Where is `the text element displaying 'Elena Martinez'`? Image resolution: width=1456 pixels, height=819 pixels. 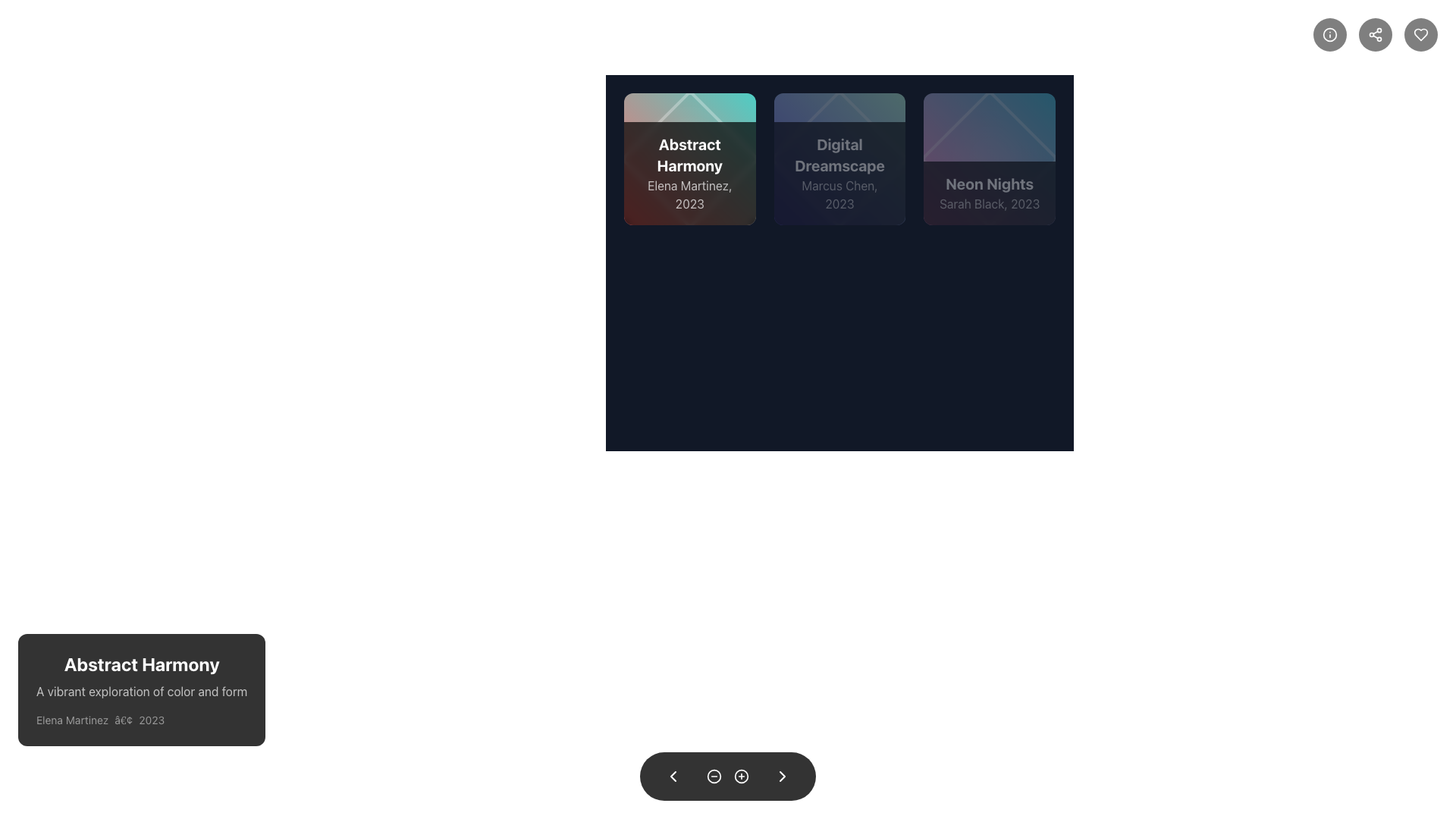
the text element displaying 'Elena Martinez' is located at coordinates (71, 719).